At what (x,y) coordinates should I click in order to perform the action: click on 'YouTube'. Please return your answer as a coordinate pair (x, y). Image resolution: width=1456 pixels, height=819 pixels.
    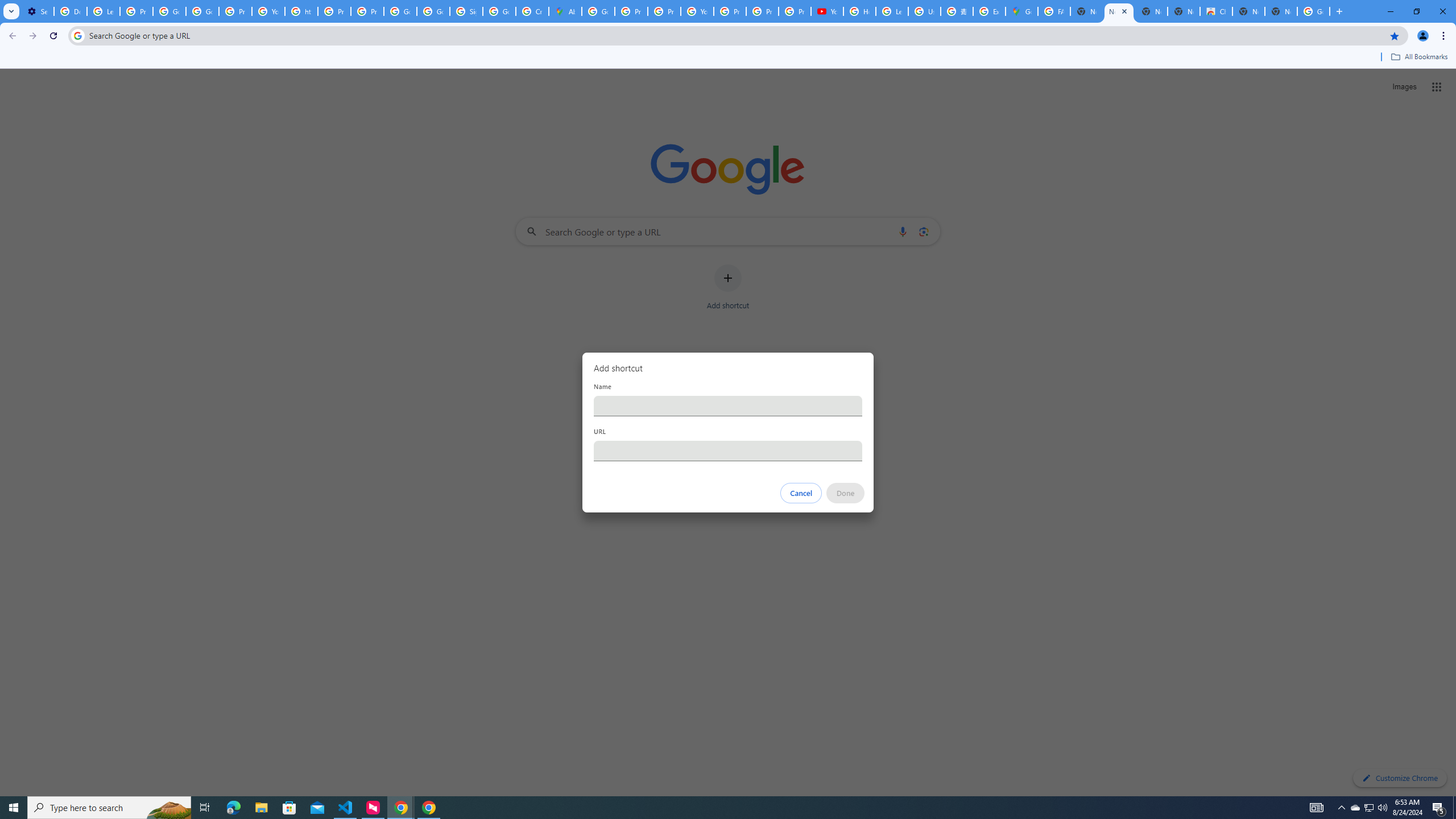
    Looking at the image, I should click on (828, 11).